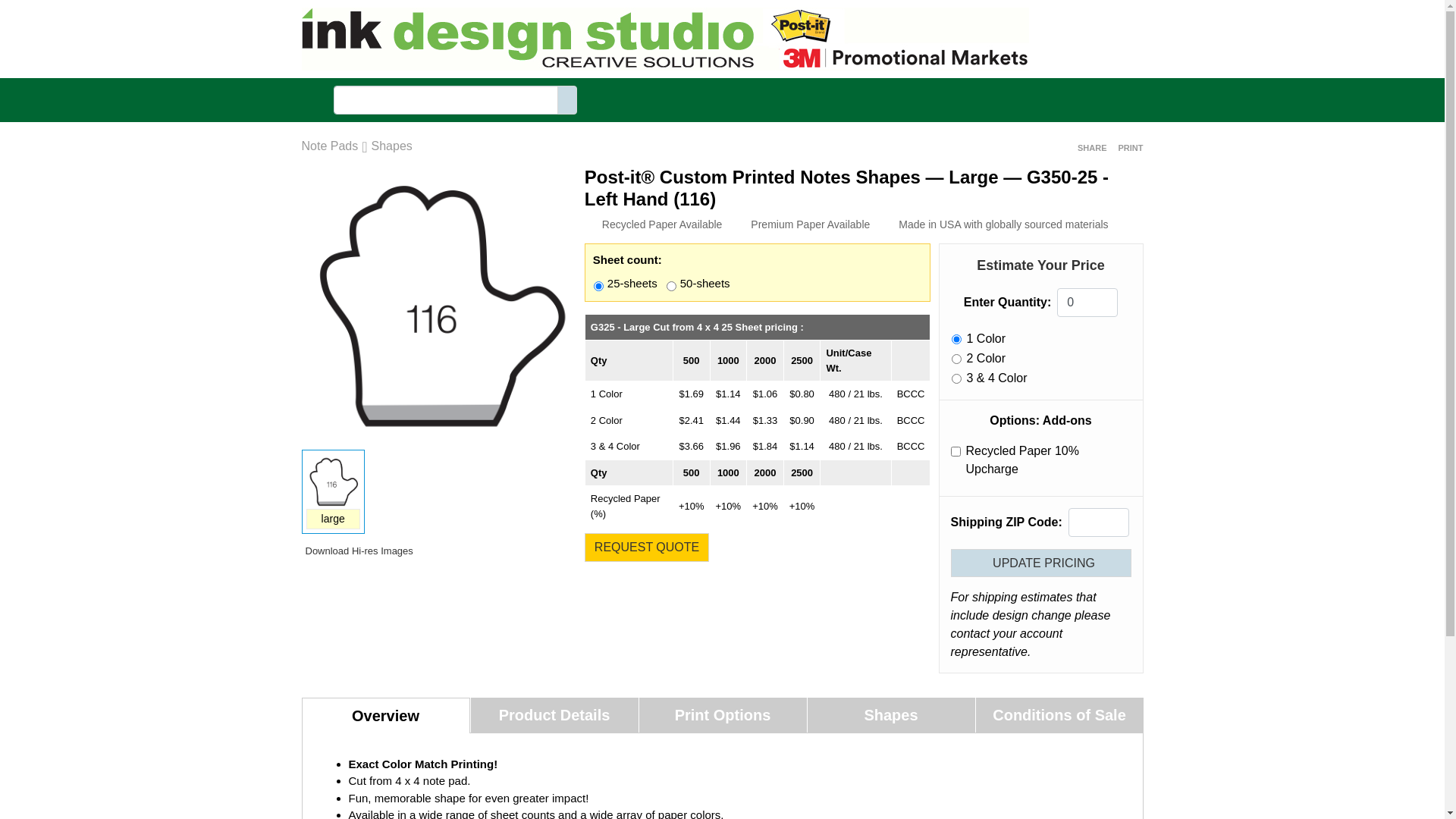 The width and height of the screenshot is (1456, 819). I want to click on 'UPDATE PRICING', so click(1040, 563).